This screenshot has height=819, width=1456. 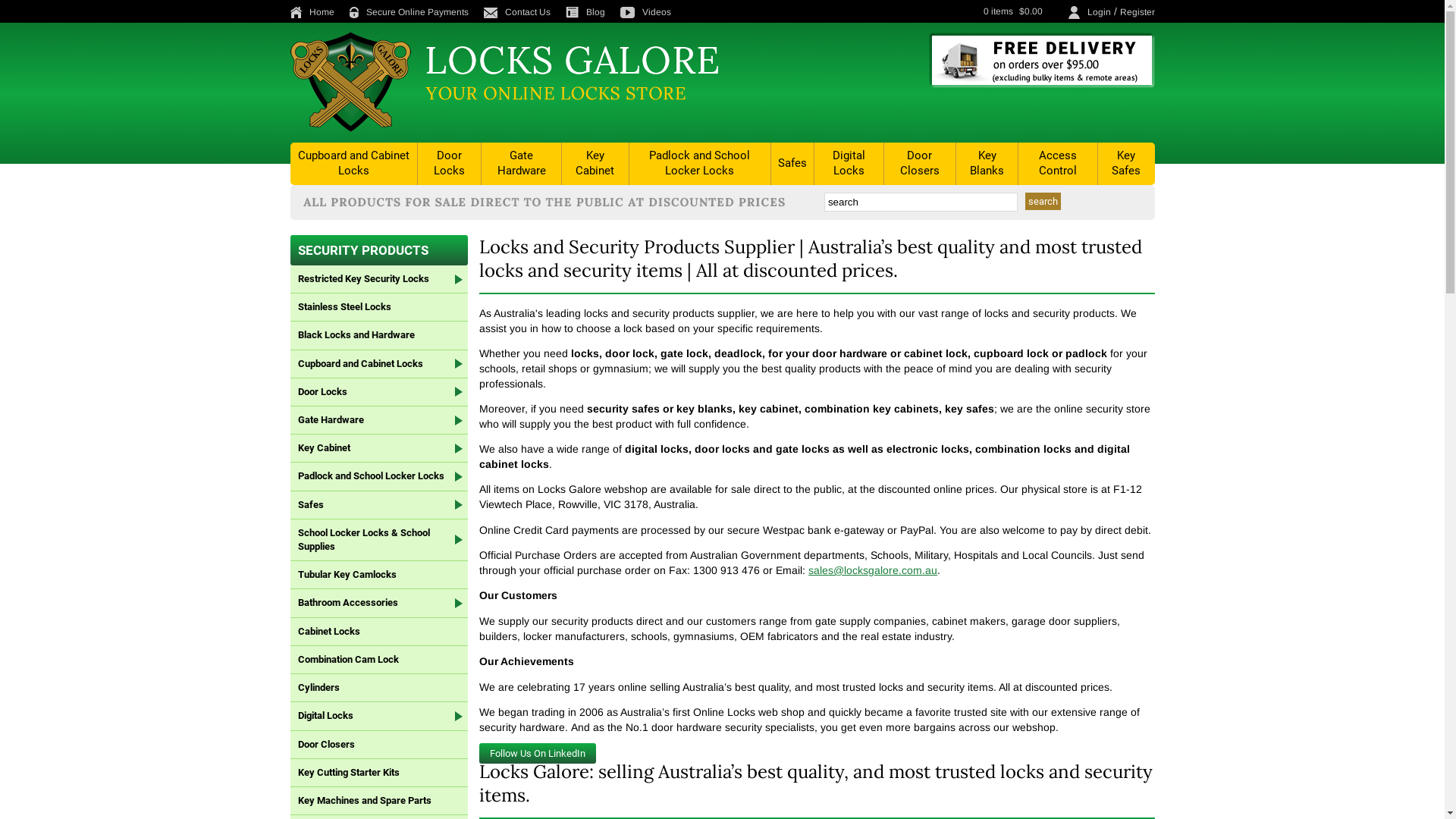 I want to click on 'Secure Online Payments', so click(x=414, y=11).